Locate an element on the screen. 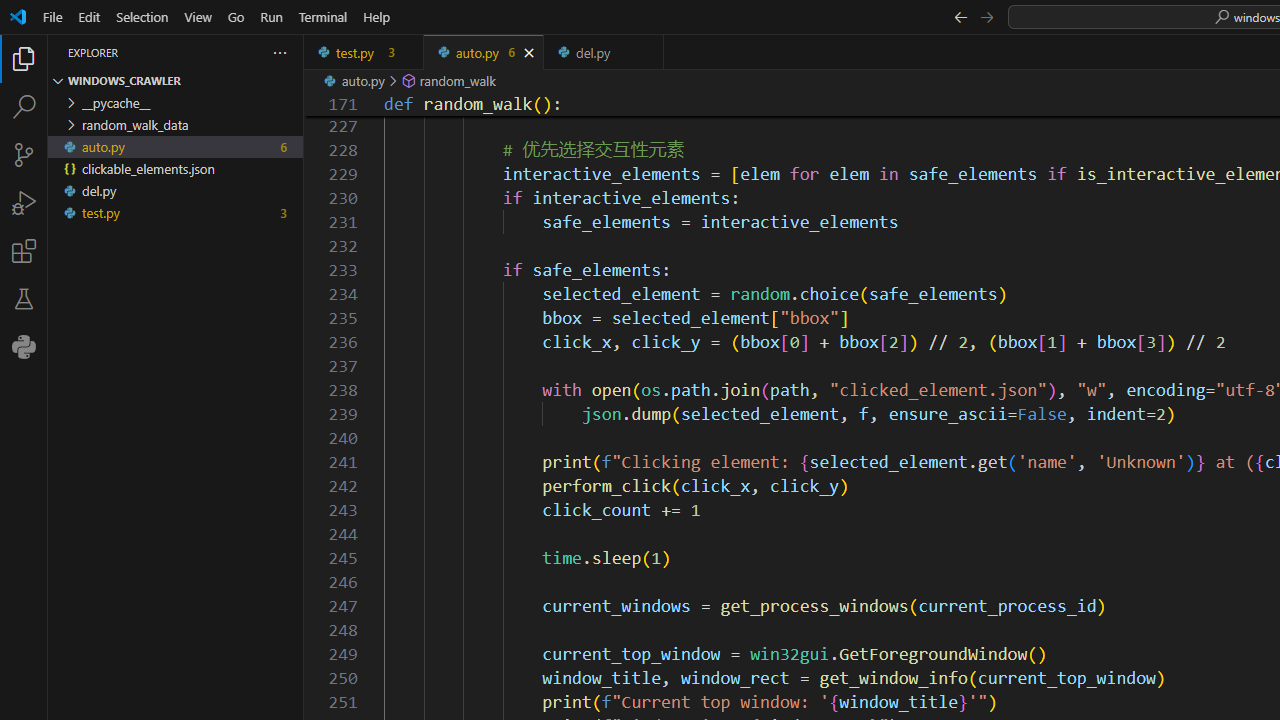  'Python' is located at coordinates (24, 346).